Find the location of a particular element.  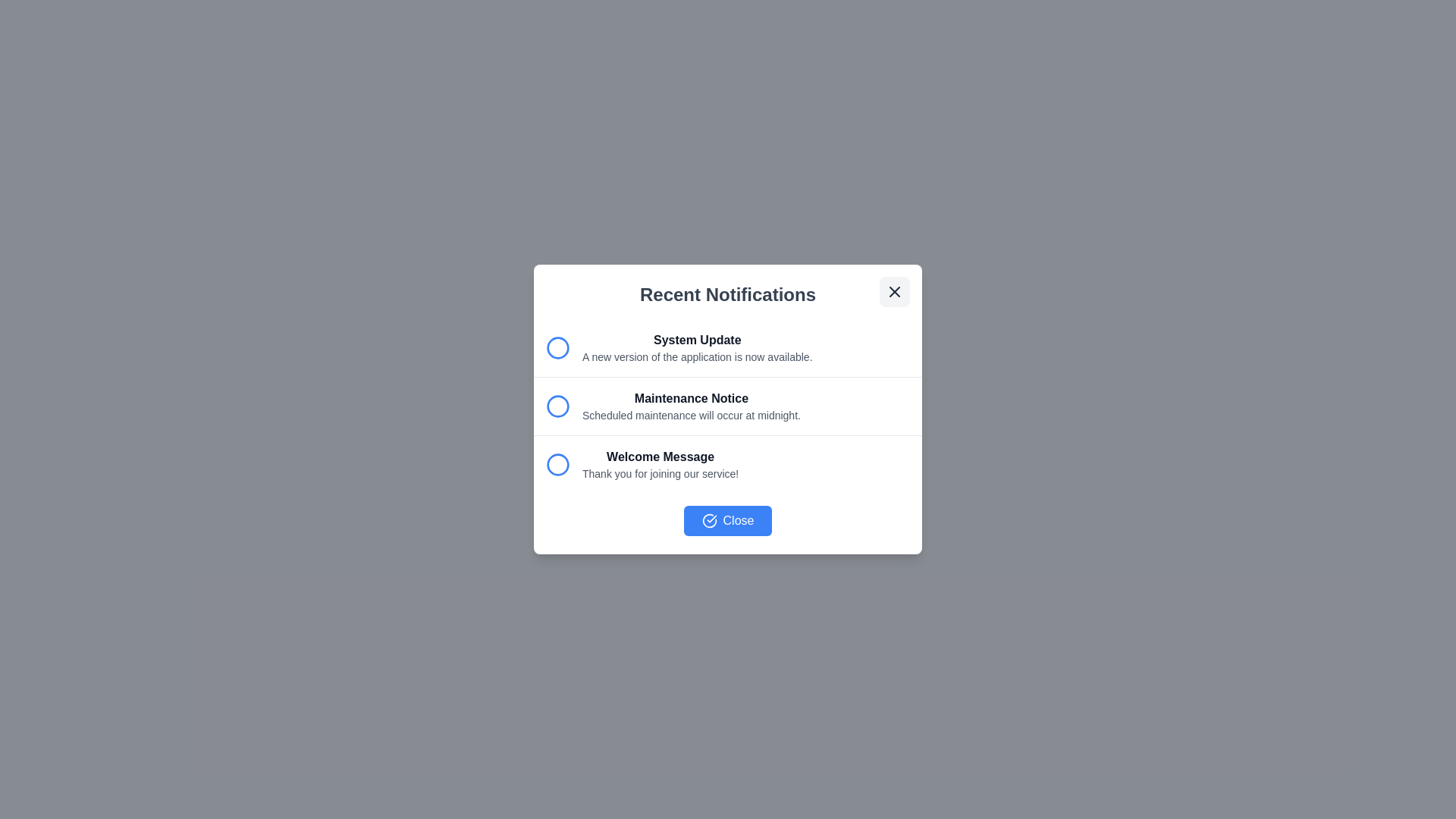

the 'Close' button to close the dialog is located at coordinates (728, 519).